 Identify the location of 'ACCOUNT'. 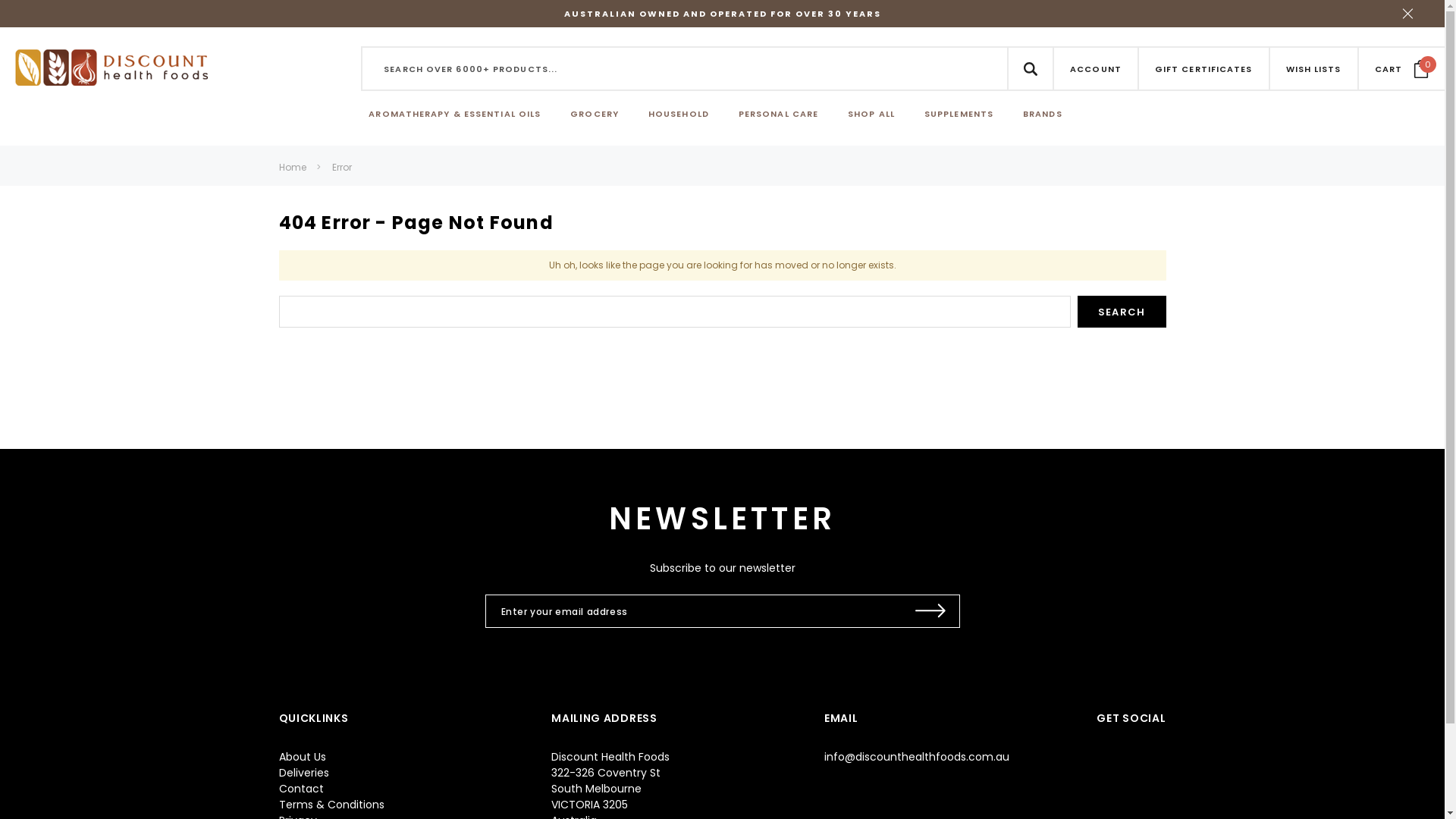
(1095, 68).